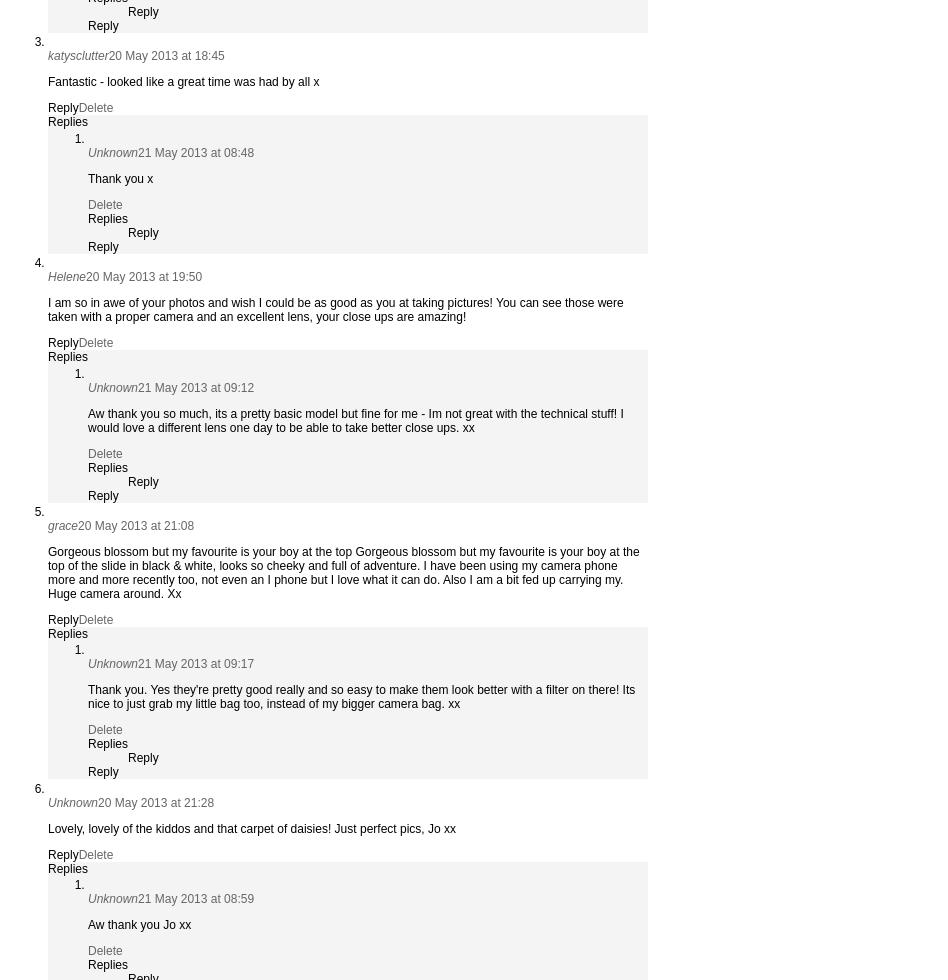 This screenshot has height=980, width=948. What do you see at coordinates (343, 572) in the screenshot?
I see `'Gorgeous blossom but my favourite is your boy at the top Gorgeous blossom but my favourite is your boy at the top of the slide in black & white, looks so cheeky and full of adventure. I have been using my camera phone more and more recently too, not even an I phone but I love what it can do. Also I am a bit fed up carrying my. Huge camera around. Xx'` at bounding box center [343, 572].